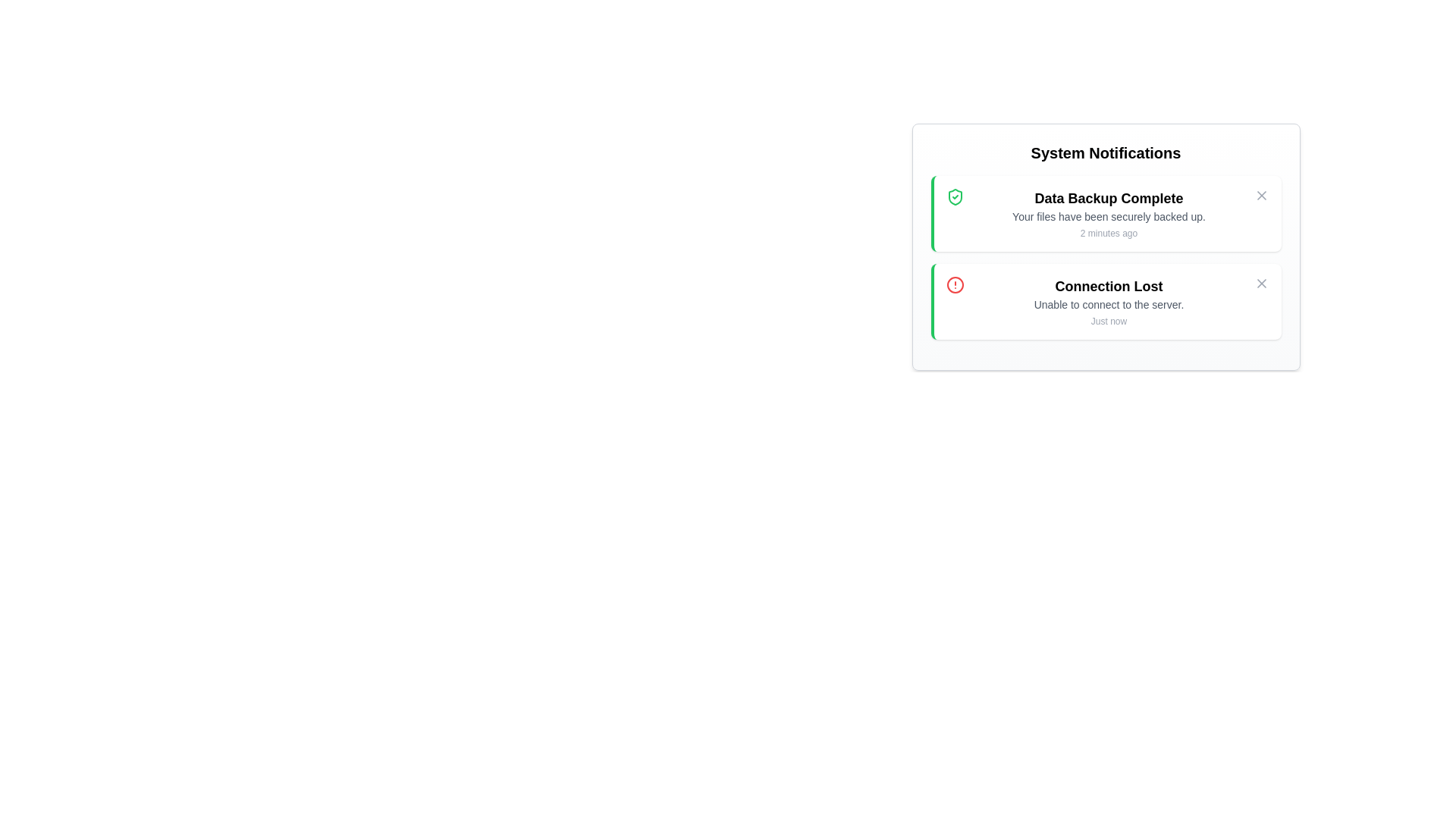 The height and width of the screenshot is (819, 1456). I want to click on close button for the notification titled 'Connection Lost', so click(1261, 284).